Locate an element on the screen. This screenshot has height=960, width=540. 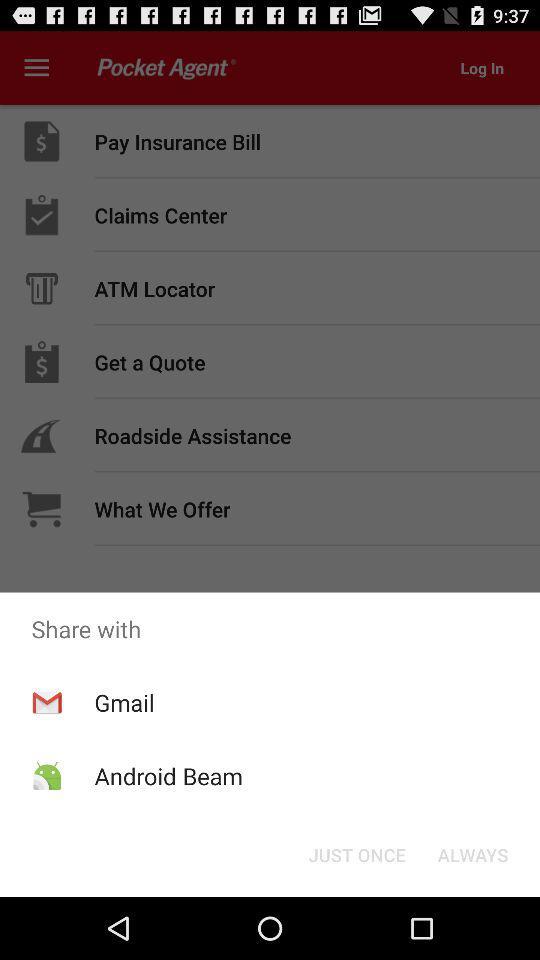
the app below the share with is located at coordinates (356, 853).